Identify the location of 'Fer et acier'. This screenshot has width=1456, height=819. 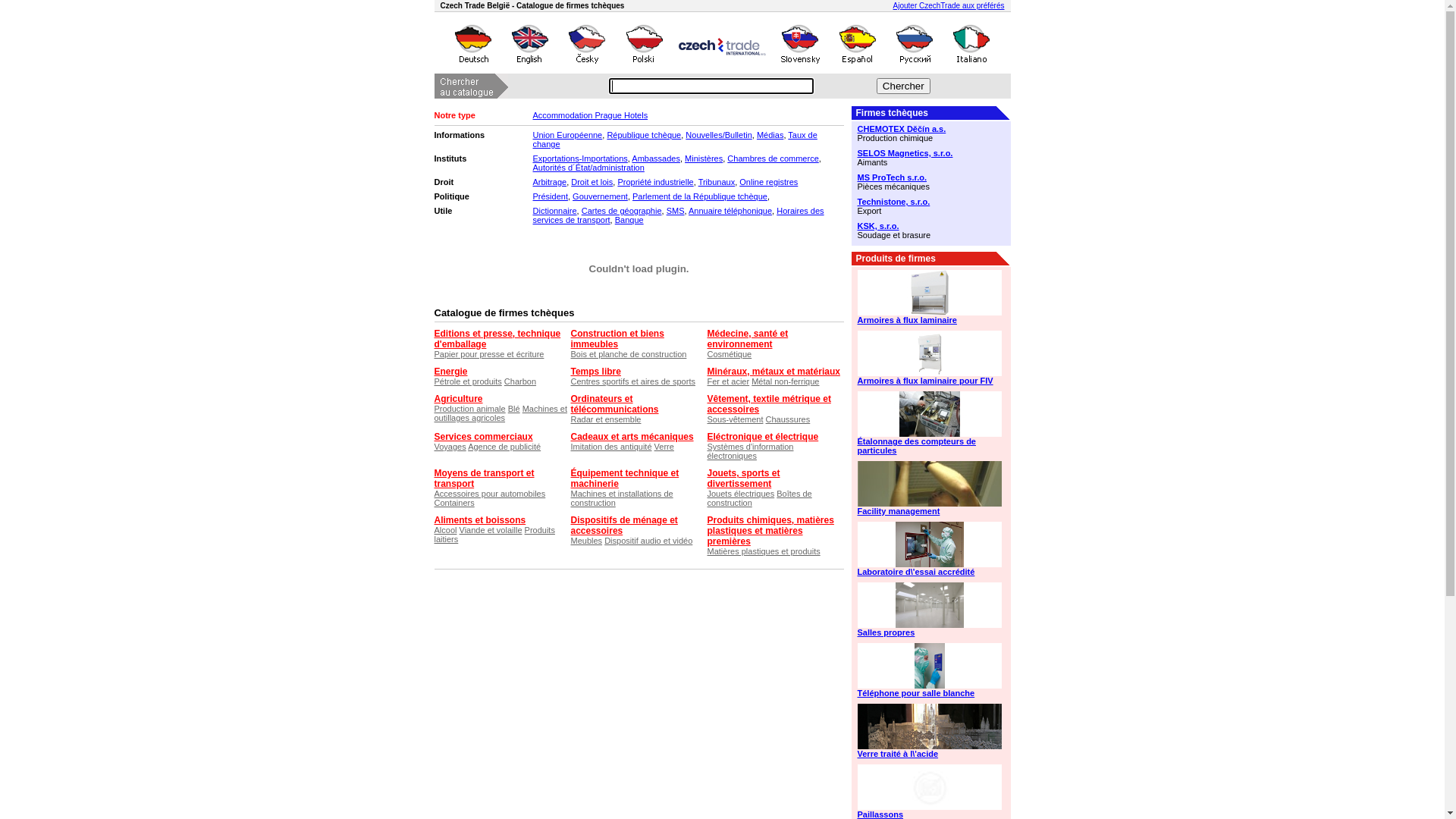
(728, 380).